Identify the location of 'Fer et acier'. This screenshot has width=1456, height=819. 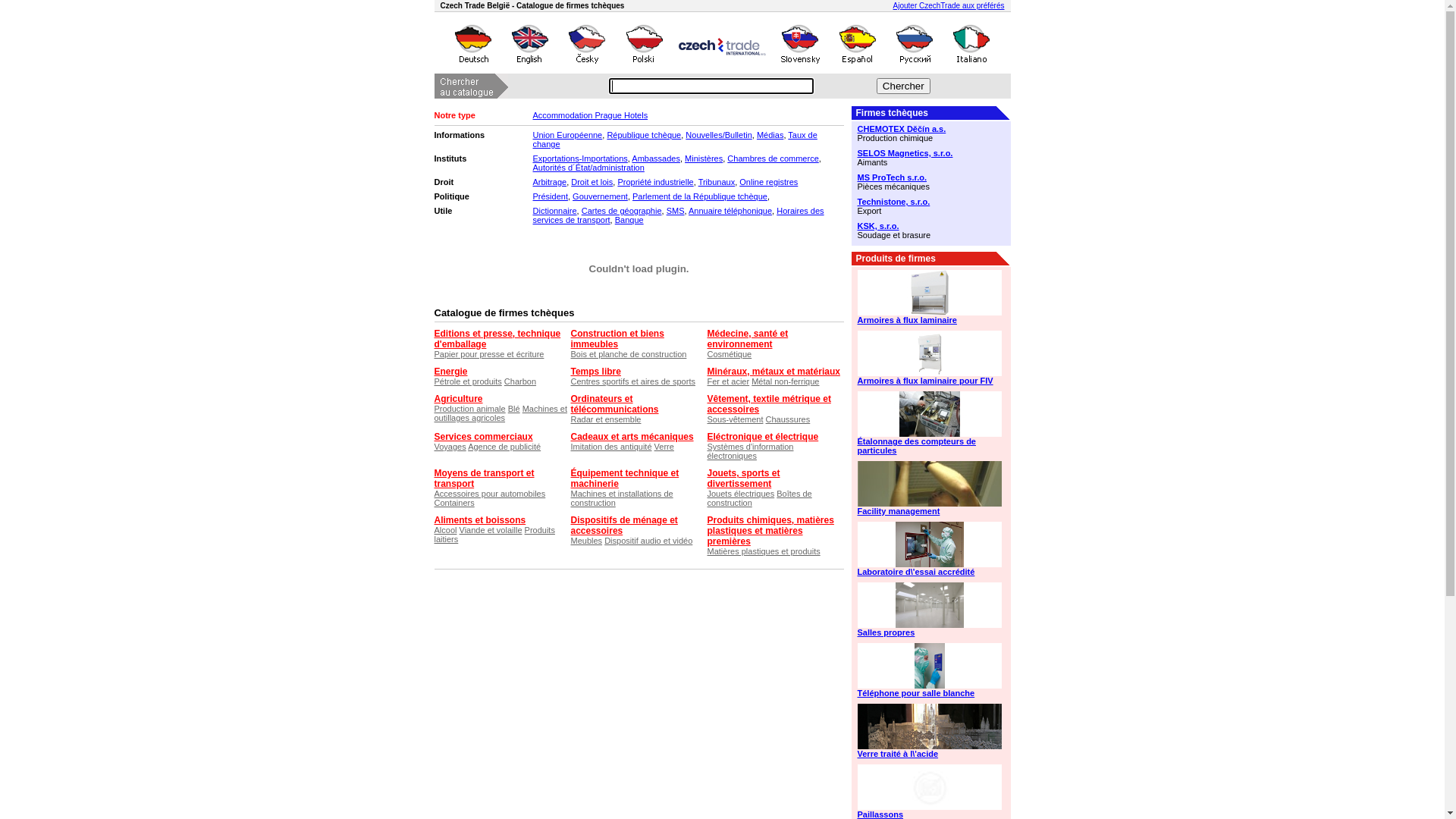
(728, 380).